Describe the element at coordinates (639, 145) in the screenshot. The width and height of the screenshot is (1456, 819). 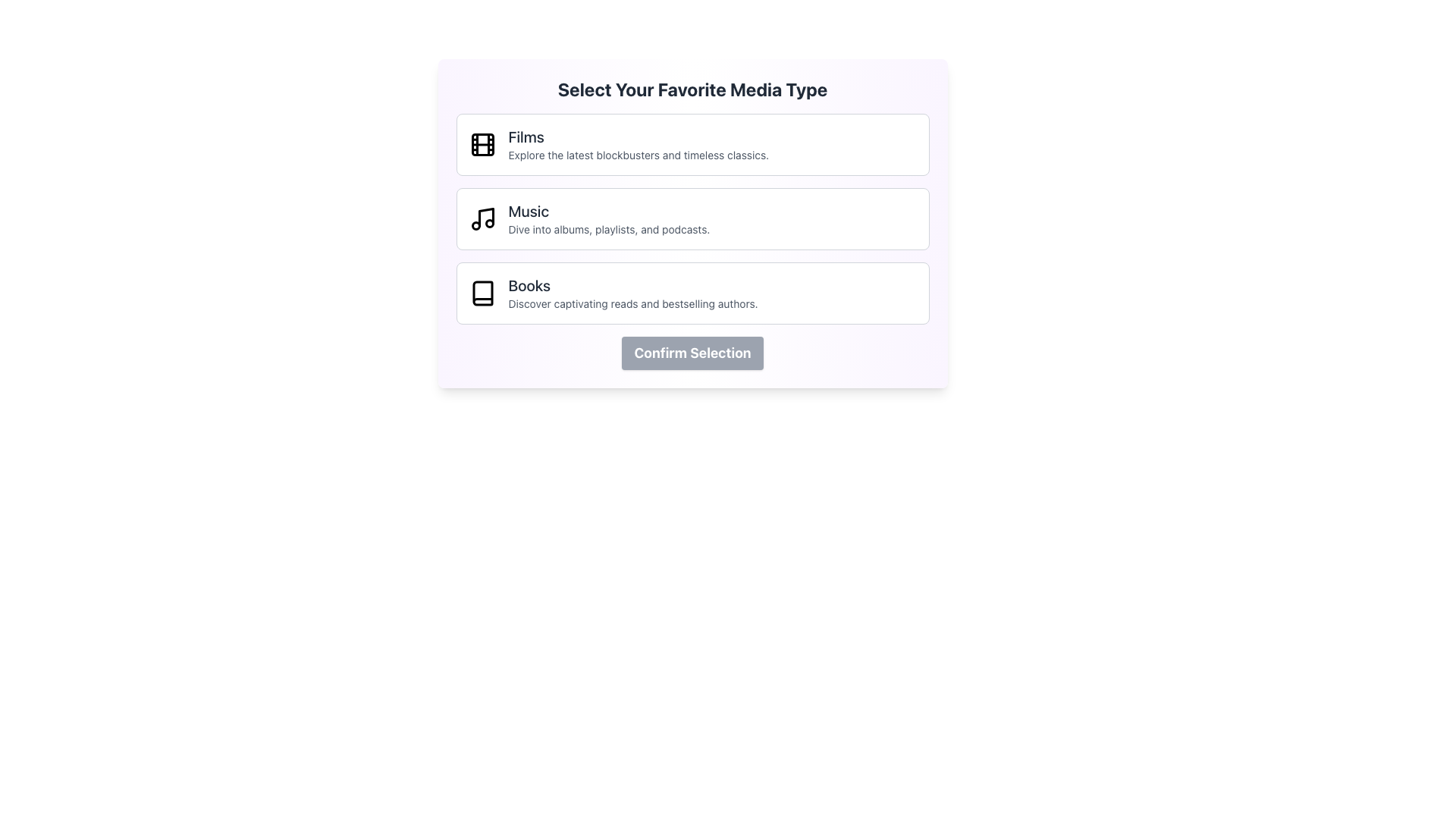
I see `details in the Text block that describes the 'Films' option in the media type selection interface, located in the first vertically arranged section on the left inside a bordered, white background card` at that location.